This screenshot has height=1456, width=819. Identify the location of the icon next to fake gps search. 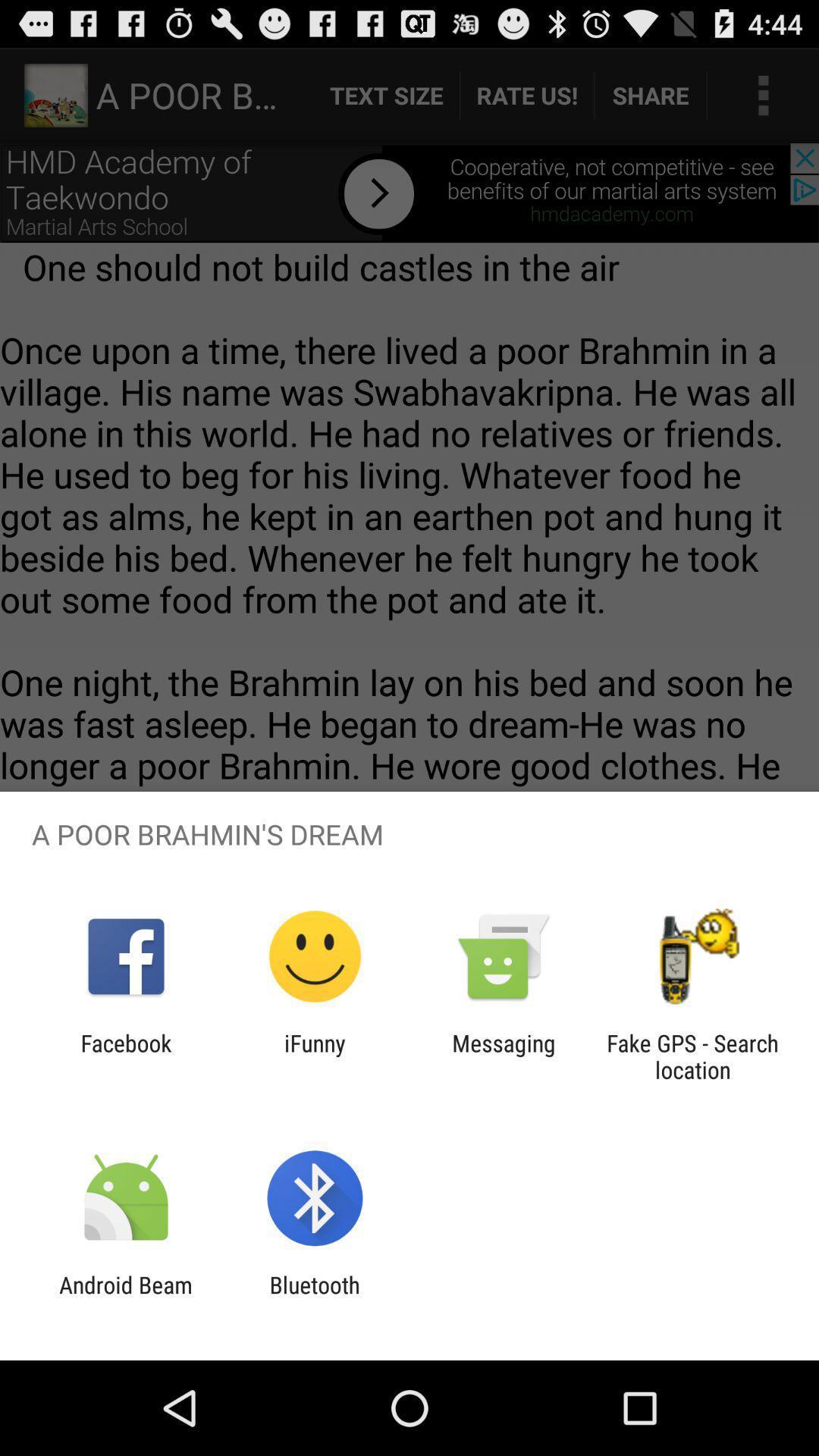
(504, 1056).